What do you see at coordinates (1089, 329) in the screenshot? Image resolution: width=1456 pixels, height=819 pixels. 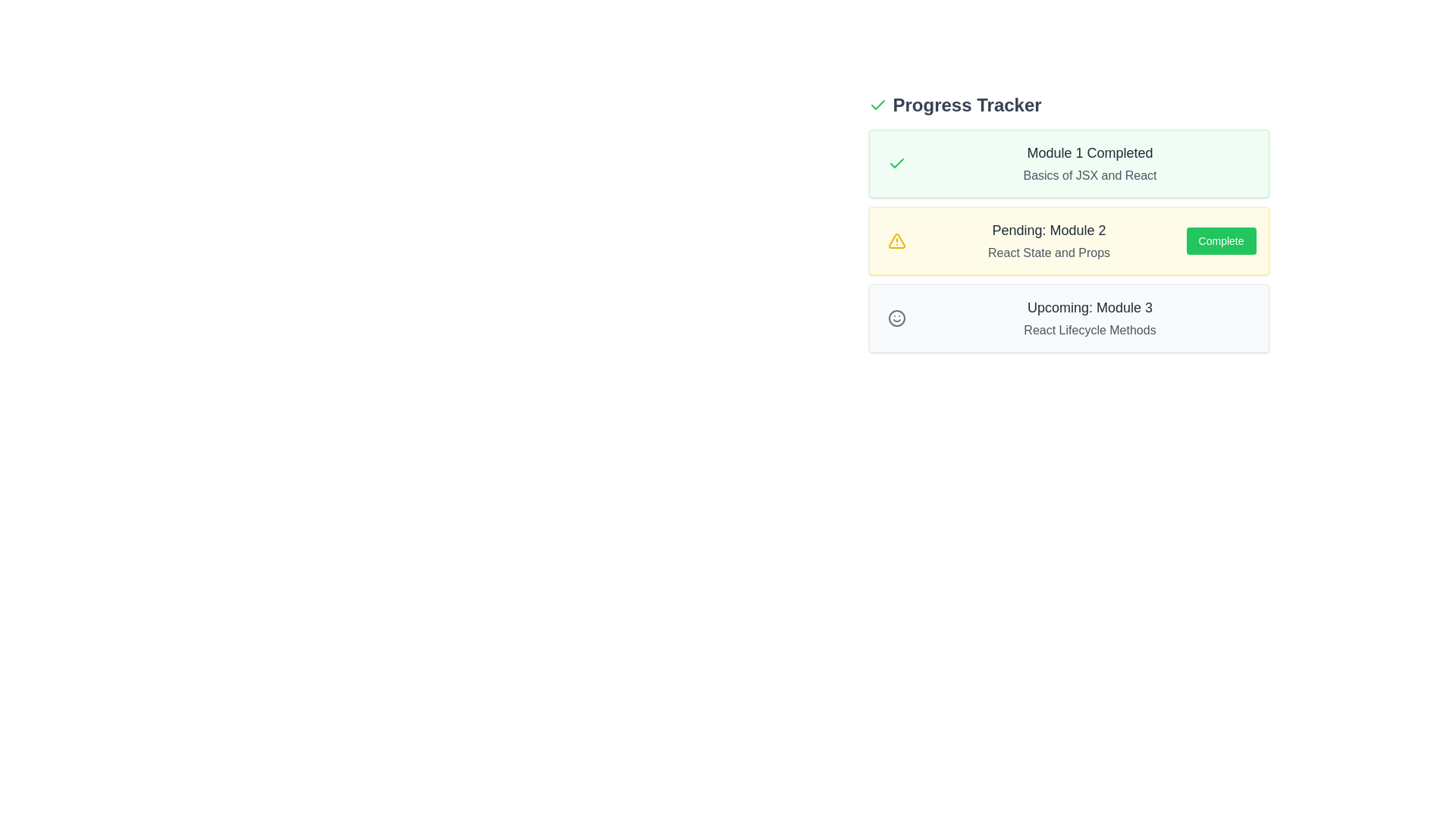 I see `the text block that reads 'React Lifecycle Methods', which is styled in gray and located below the heading 'Upcoming: Module 3' in the third section of the progress tracker` at bounding box center [1089, 329].